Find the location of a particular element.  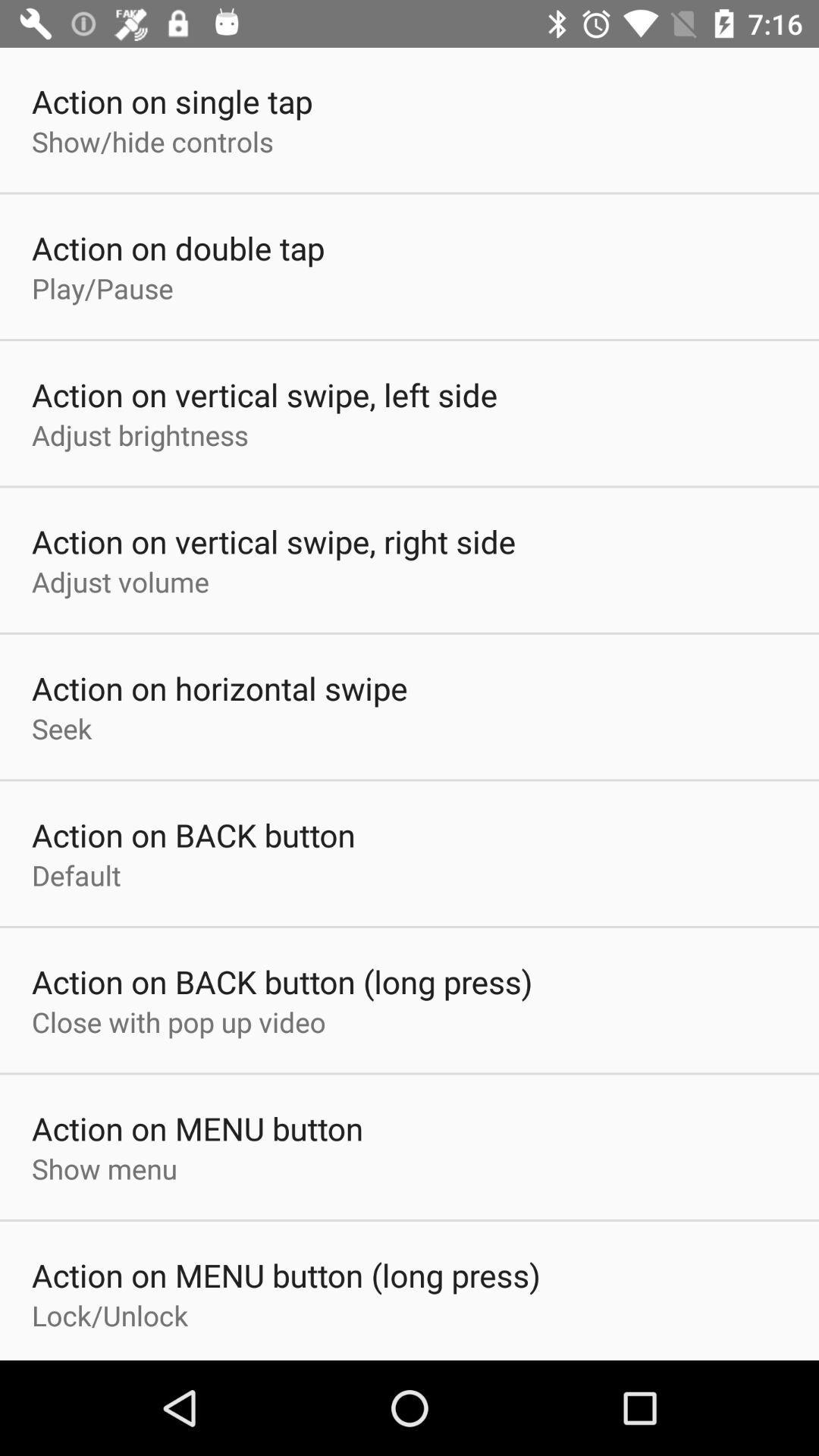

app below action on vertical app is located at coordinates (119, 581).